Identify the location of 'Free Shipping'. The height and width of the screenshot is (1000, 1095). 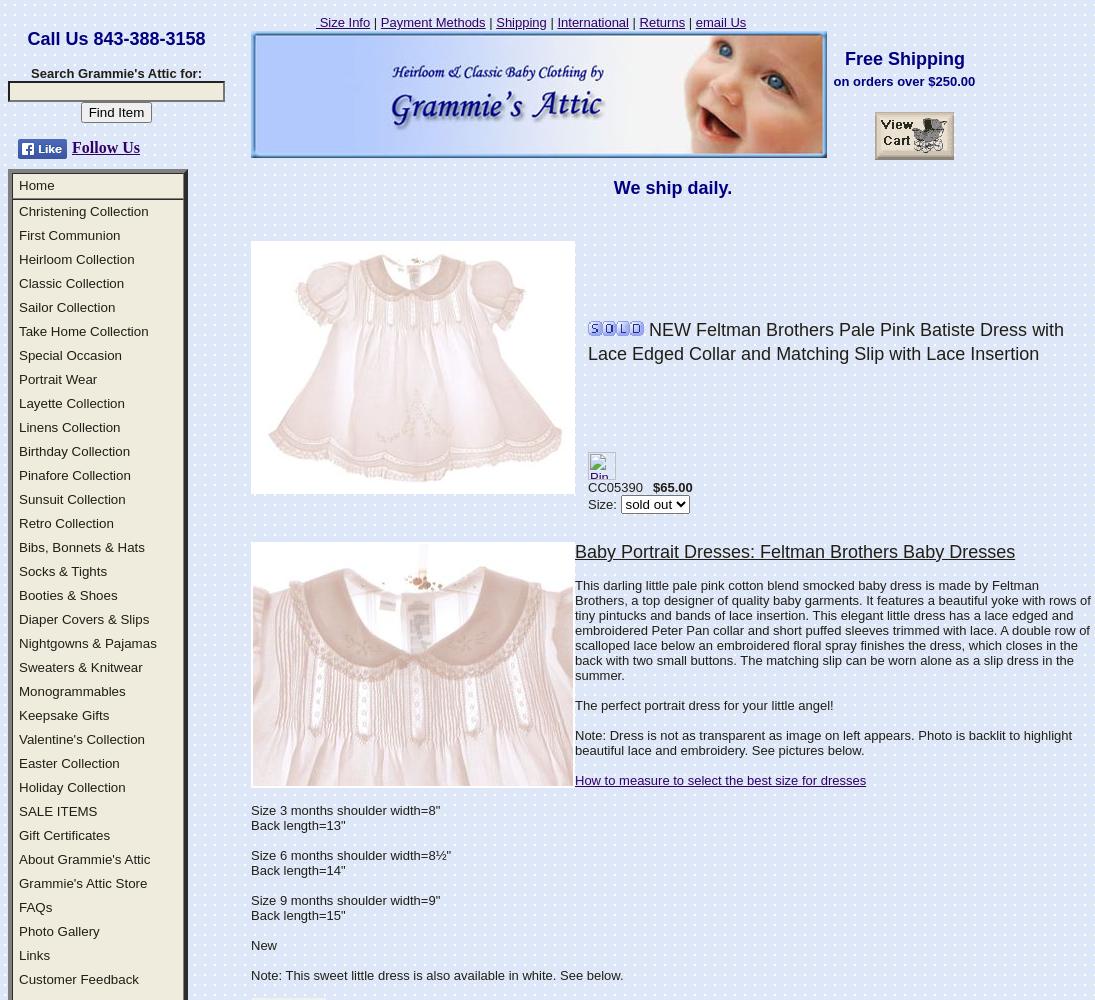
(896, 59).